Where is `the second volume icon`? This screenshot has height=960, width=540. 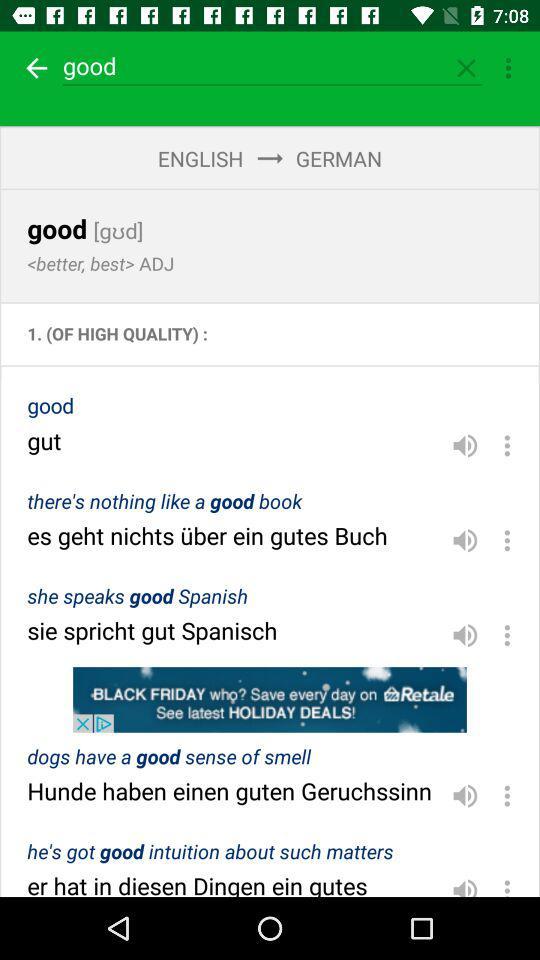
the second volume icon is located at coordinates (464, 539).